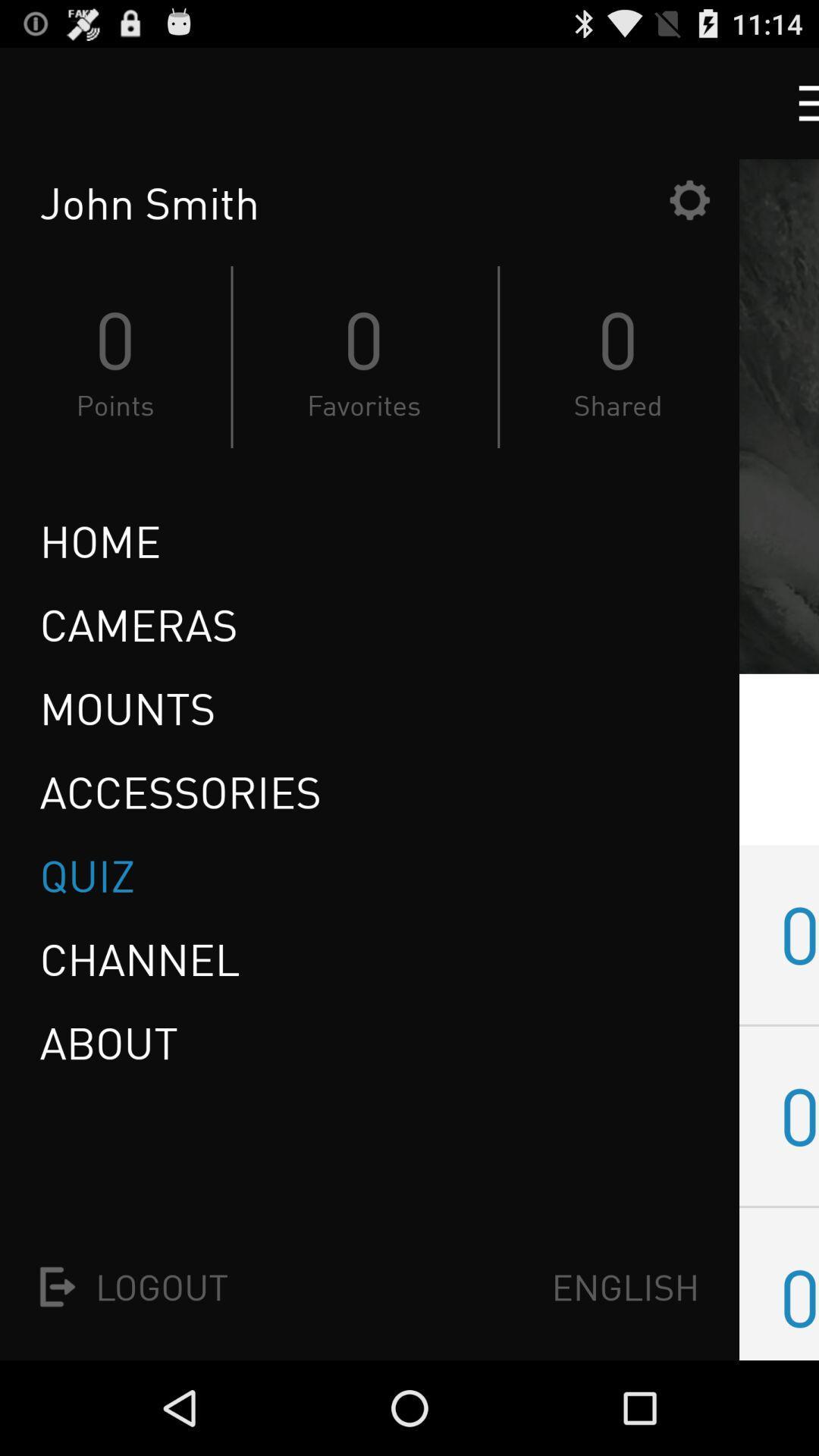 This screenshot has width=819, height=1456. What do you see at coordinates (798, 934) in the screenshot?
I see `icon above 02 icon` at bounding box center [798, 934].